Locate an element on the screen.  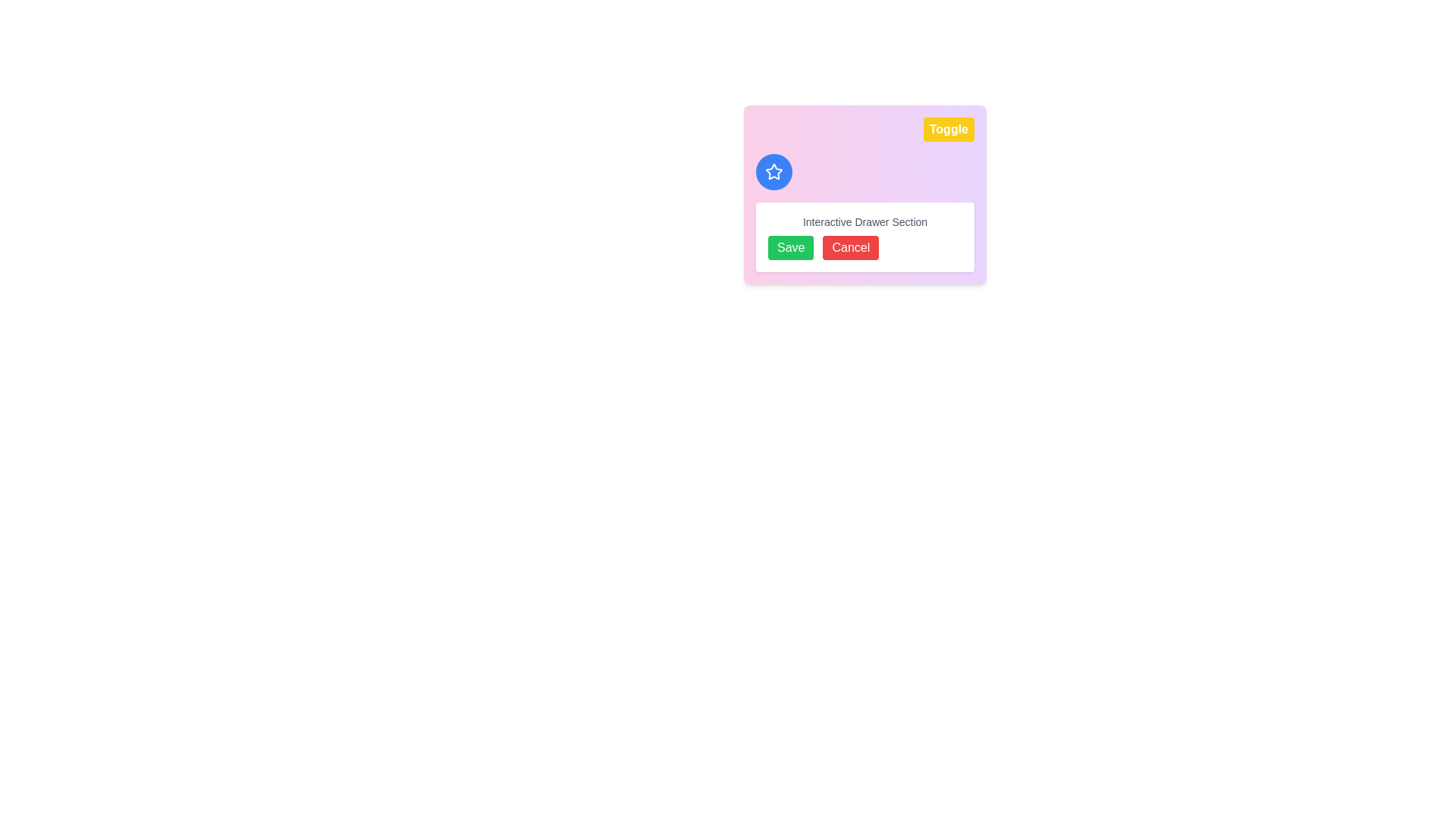
the star-shaped icon outlined in white, which is centrally located within a blue circular background on the upper-left side of the card-like interface is located at coordinates (774, 171).